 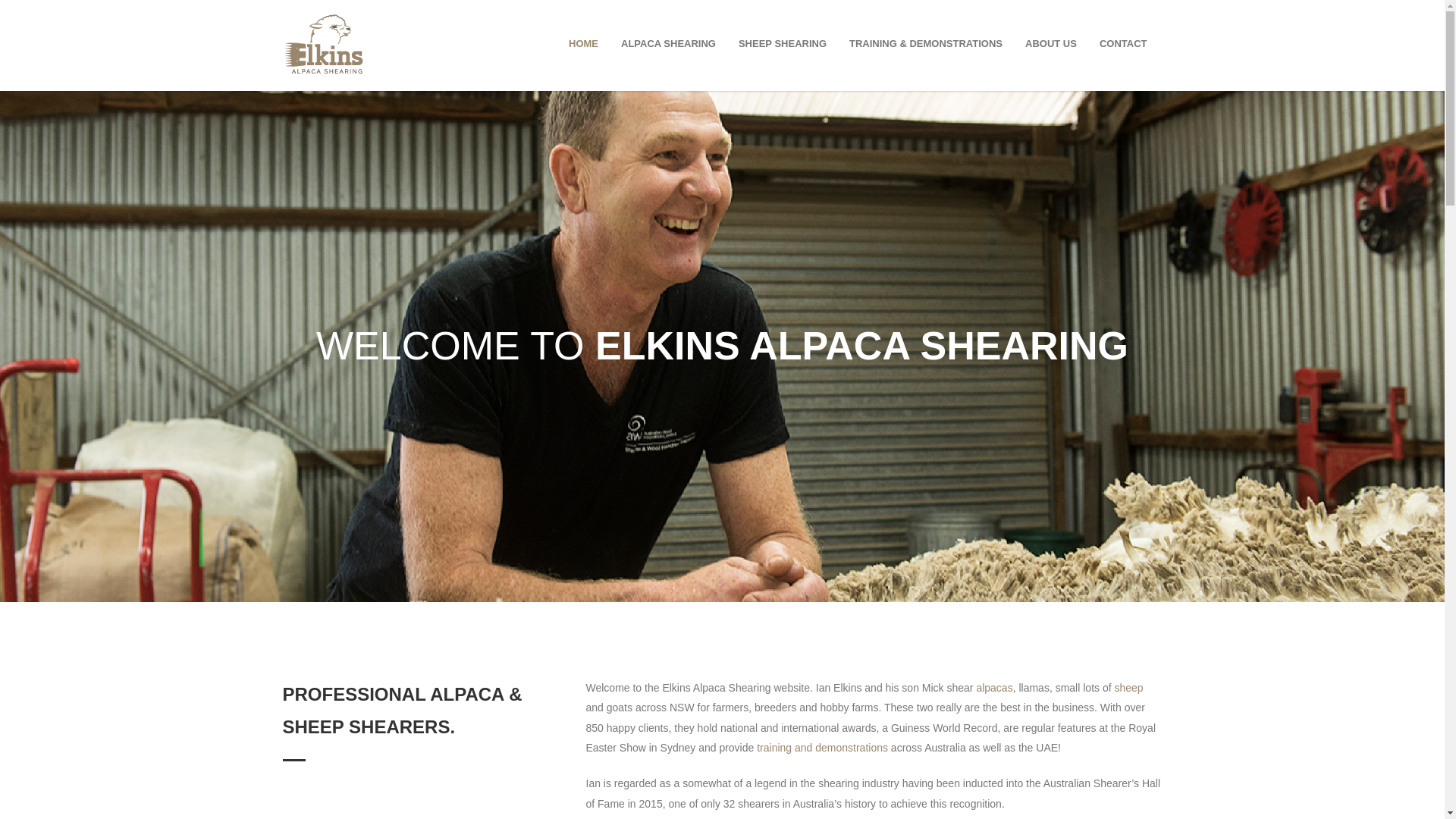 I want to click on 'ALPACA SHEARING', so click(x=667, y=42).